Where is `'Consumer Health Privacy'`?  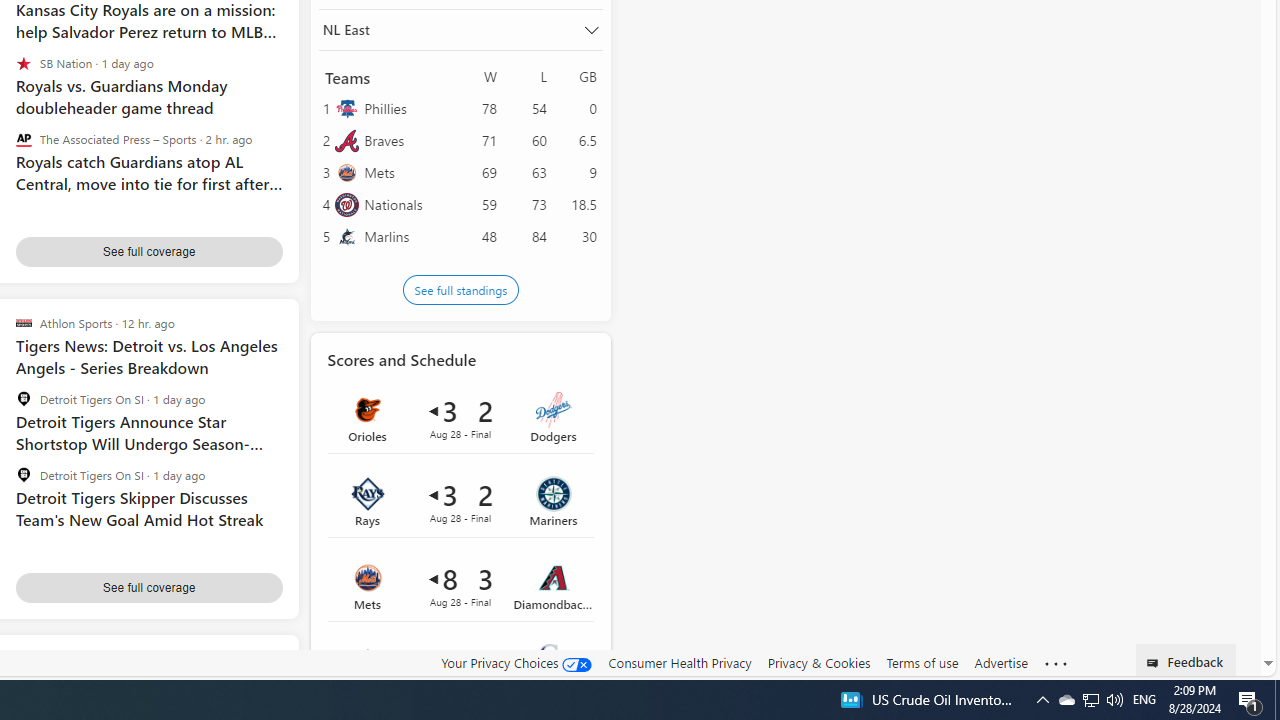 'Consumer Health Privacy' is located at coordinates (680, 663).